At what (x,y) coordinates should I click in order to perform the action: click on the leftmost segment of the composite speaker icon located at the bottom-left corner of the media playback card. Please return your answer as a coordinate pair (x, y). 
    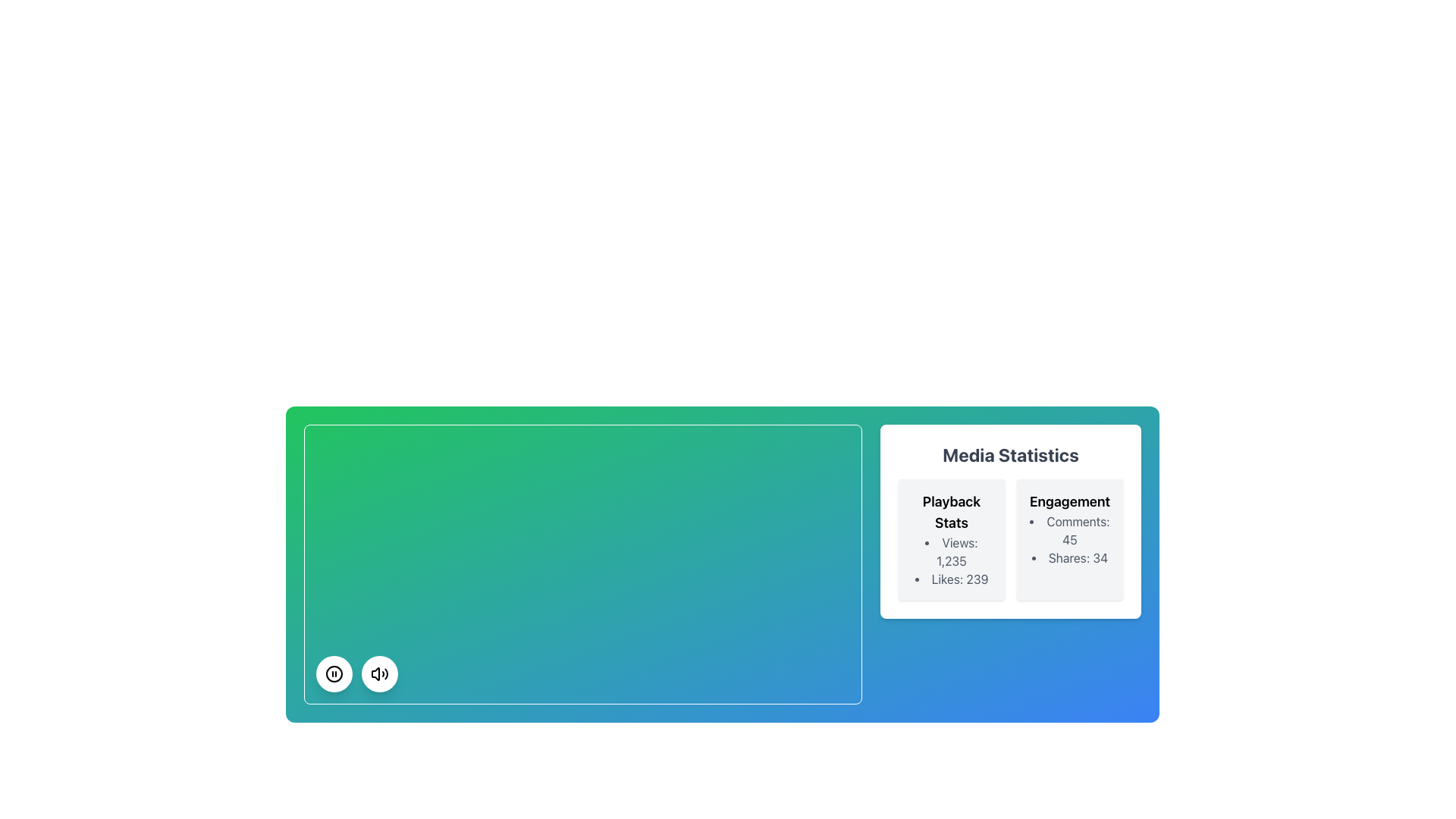
    Looking at the image, I should click on (375, 673).